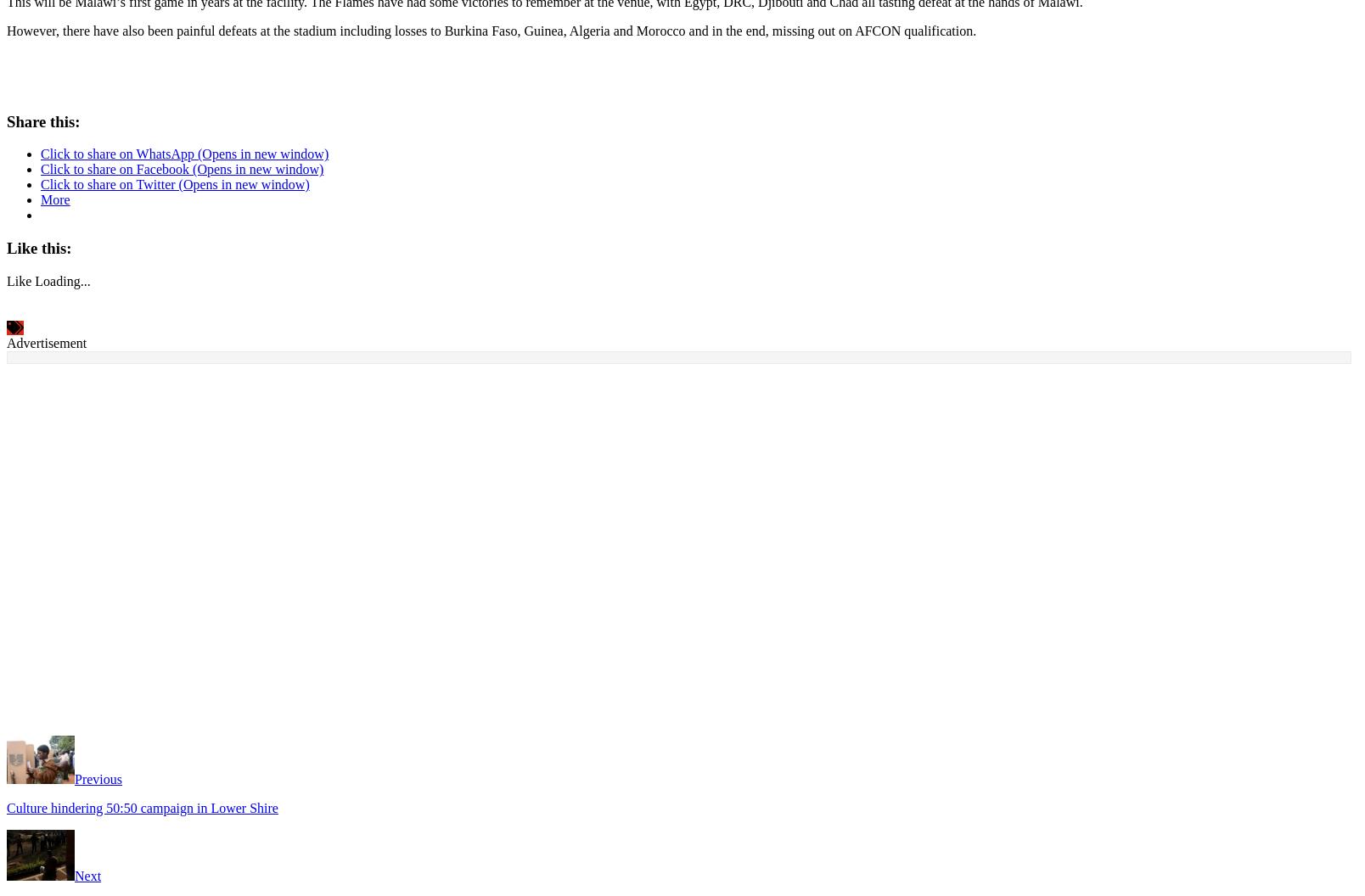 This screenshot has height=896, width=1365. I want to click on 'Advertisement', so click(45, 339).